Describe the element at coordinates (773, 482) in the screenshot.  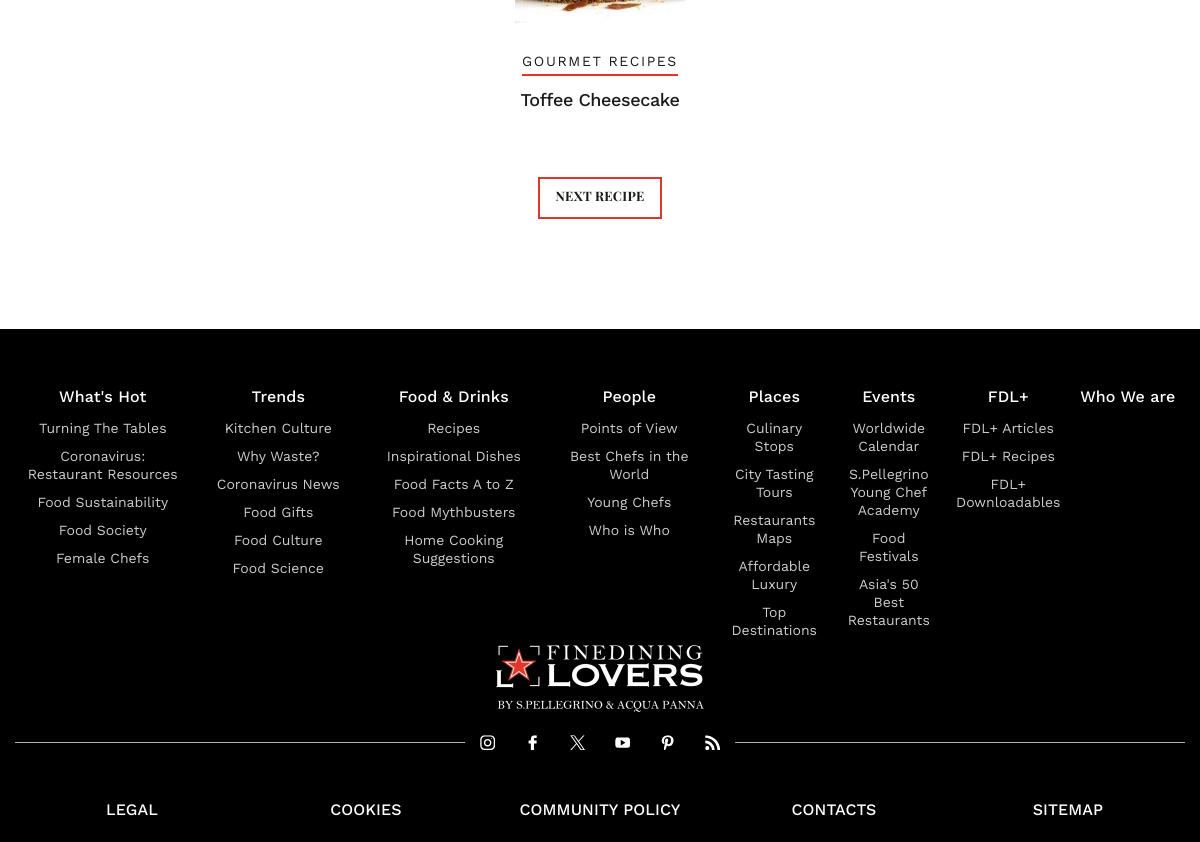
I see `'City Tasting Tours'` at that location.